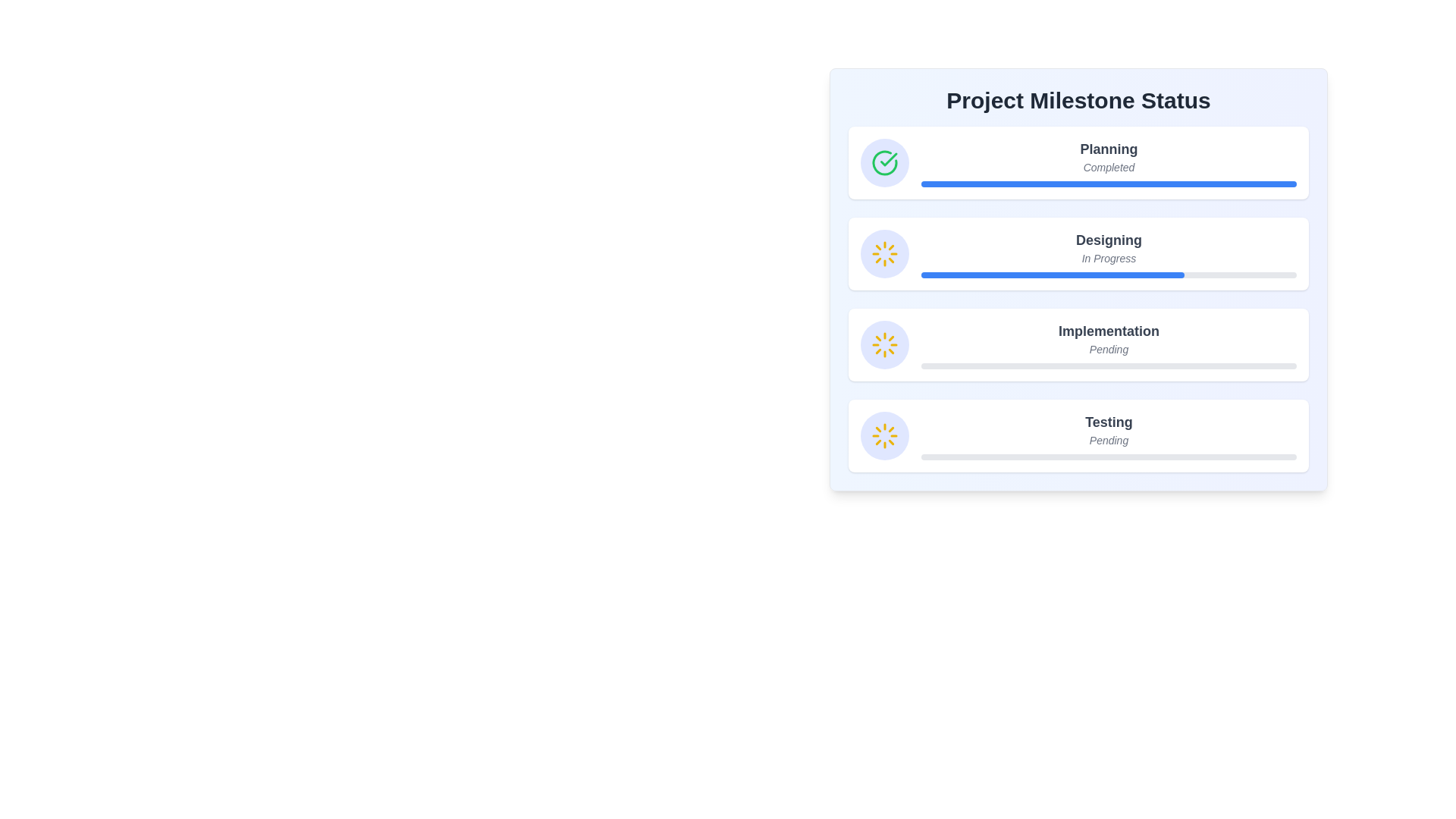  What do you see at coordinates (1109, 167) in the screenshot?
I see `the text label indicating the current state of the 'Planning' milestone, which is positioned beneath the 'Planning' text and above a progress bar` at bounding box center [1109, 167].